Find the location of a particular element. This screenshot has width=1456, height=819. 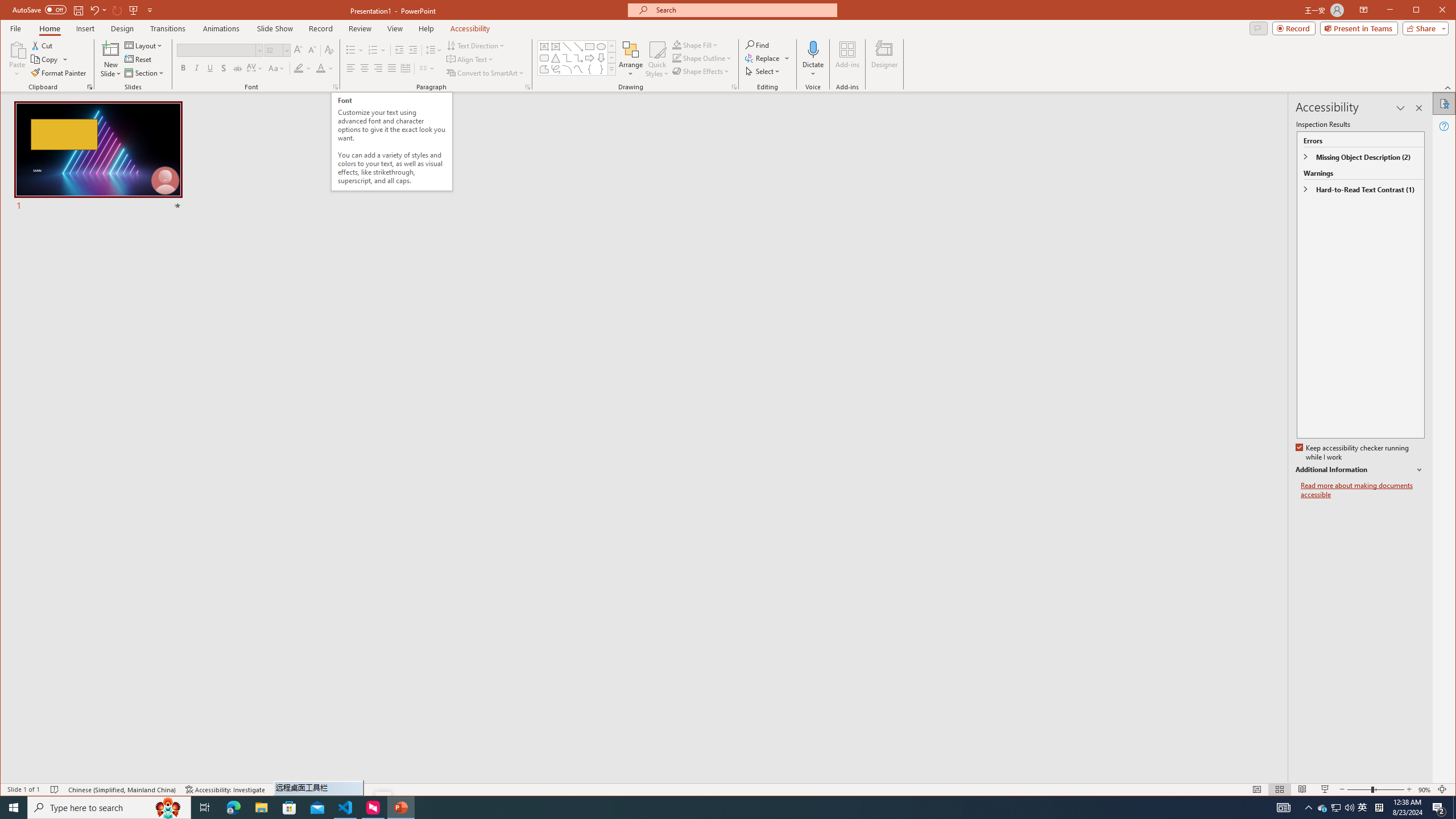

'Shape Outline' is located at coordinates (702, 58).